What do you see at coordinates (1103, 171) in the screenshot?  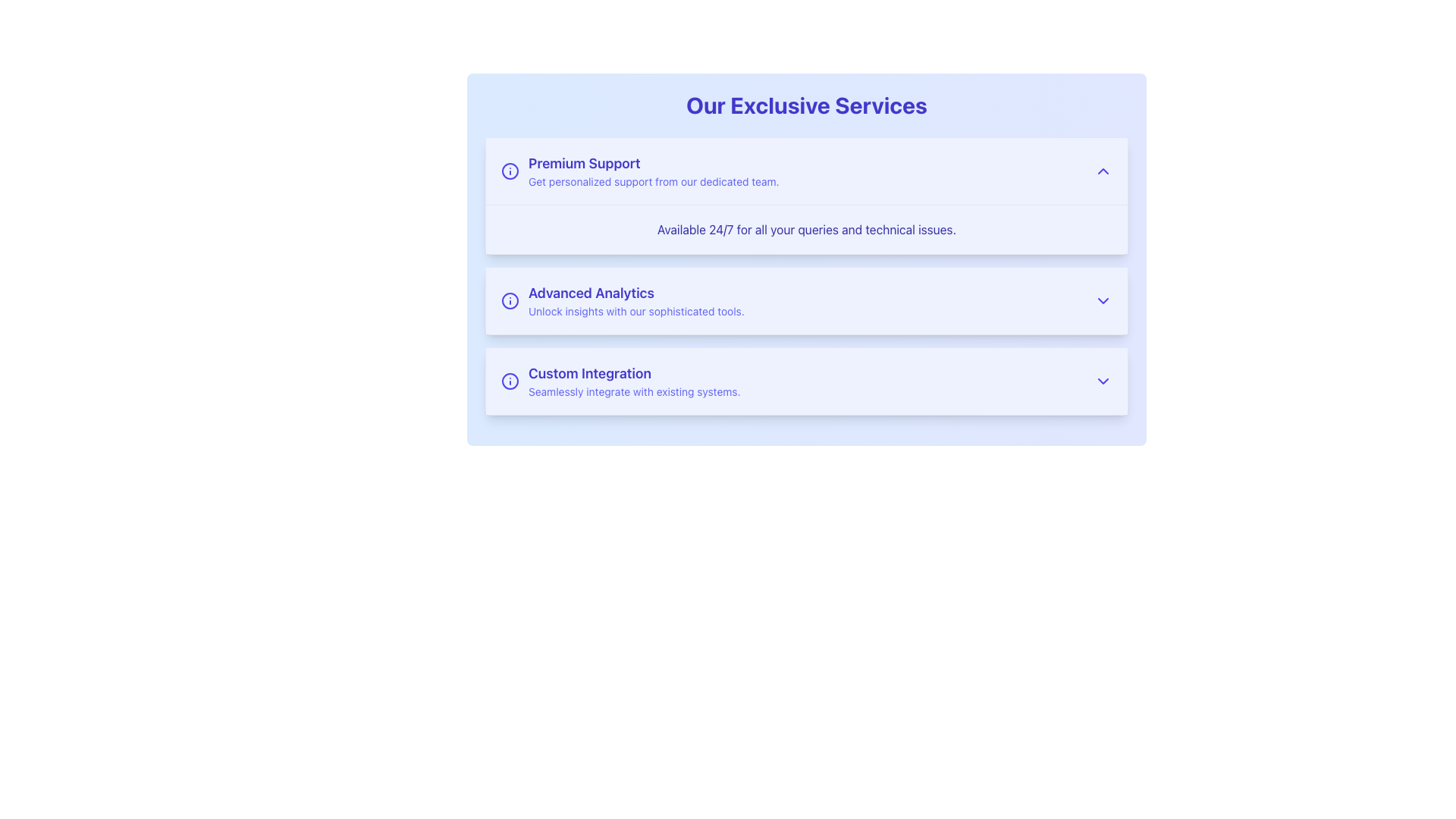 I see `the indigo chevron upwards icon located at the far right of the 'Premium Support' card` at bounding box center [1103, 171].